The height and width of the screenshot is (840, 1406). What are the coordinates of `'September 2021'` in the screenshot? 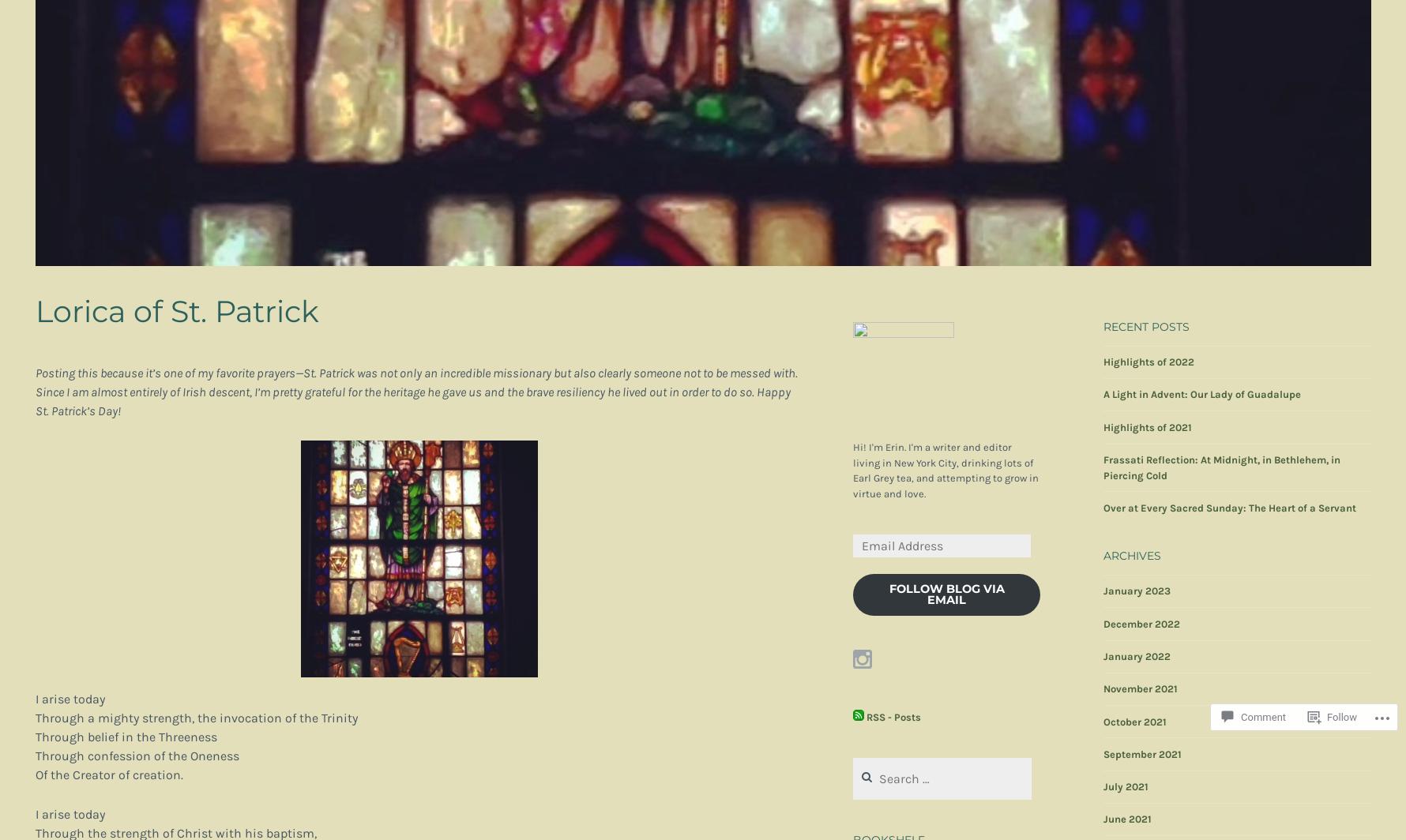 It's located at (1103, 753).